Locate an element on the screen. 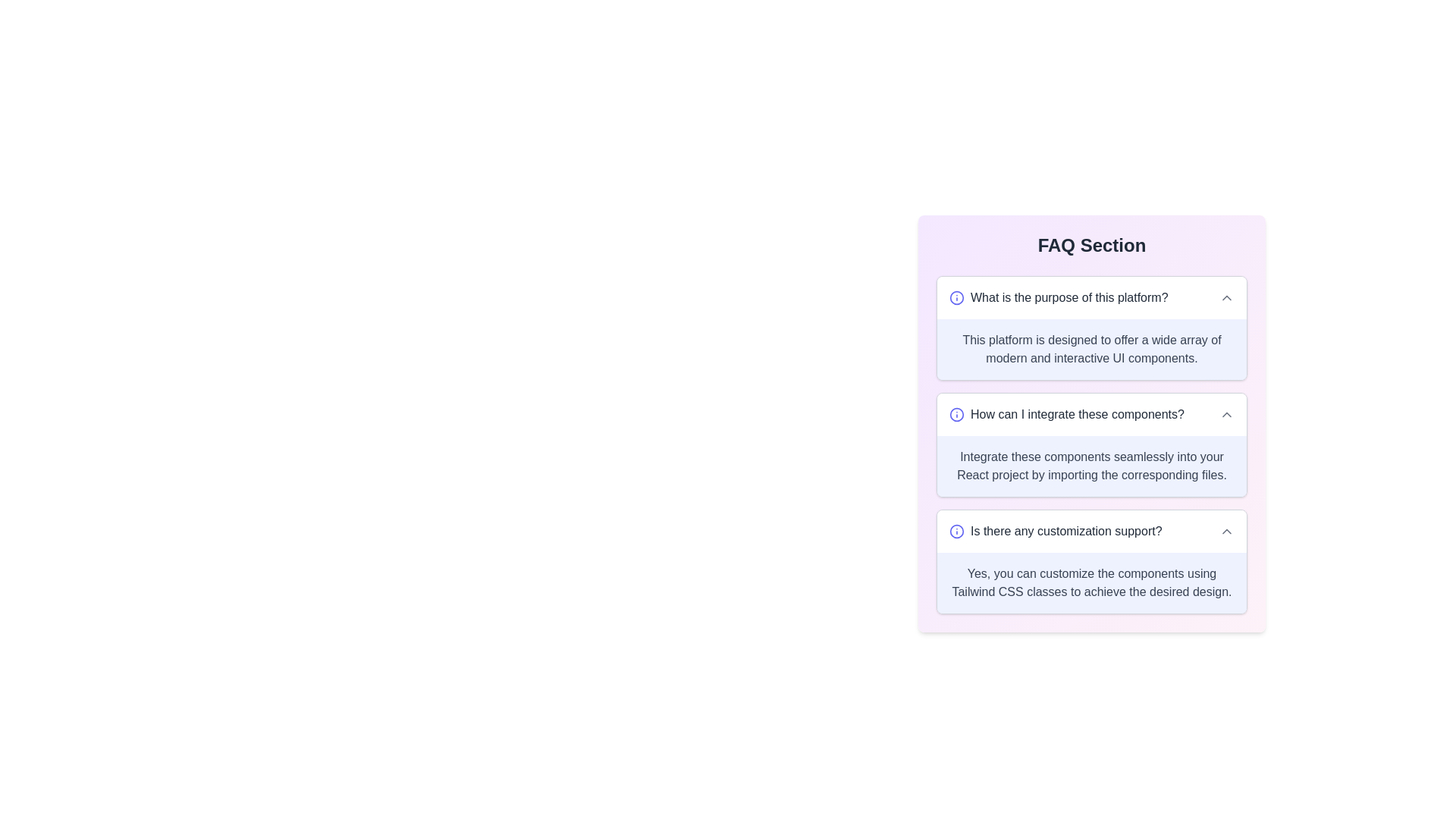 This screenshot has height=819, width=1456. the small circular icon with an indigo outlined structure located next to the FAQ question 'What is the purpose of this platform?' is located at coordinates (956, 298).